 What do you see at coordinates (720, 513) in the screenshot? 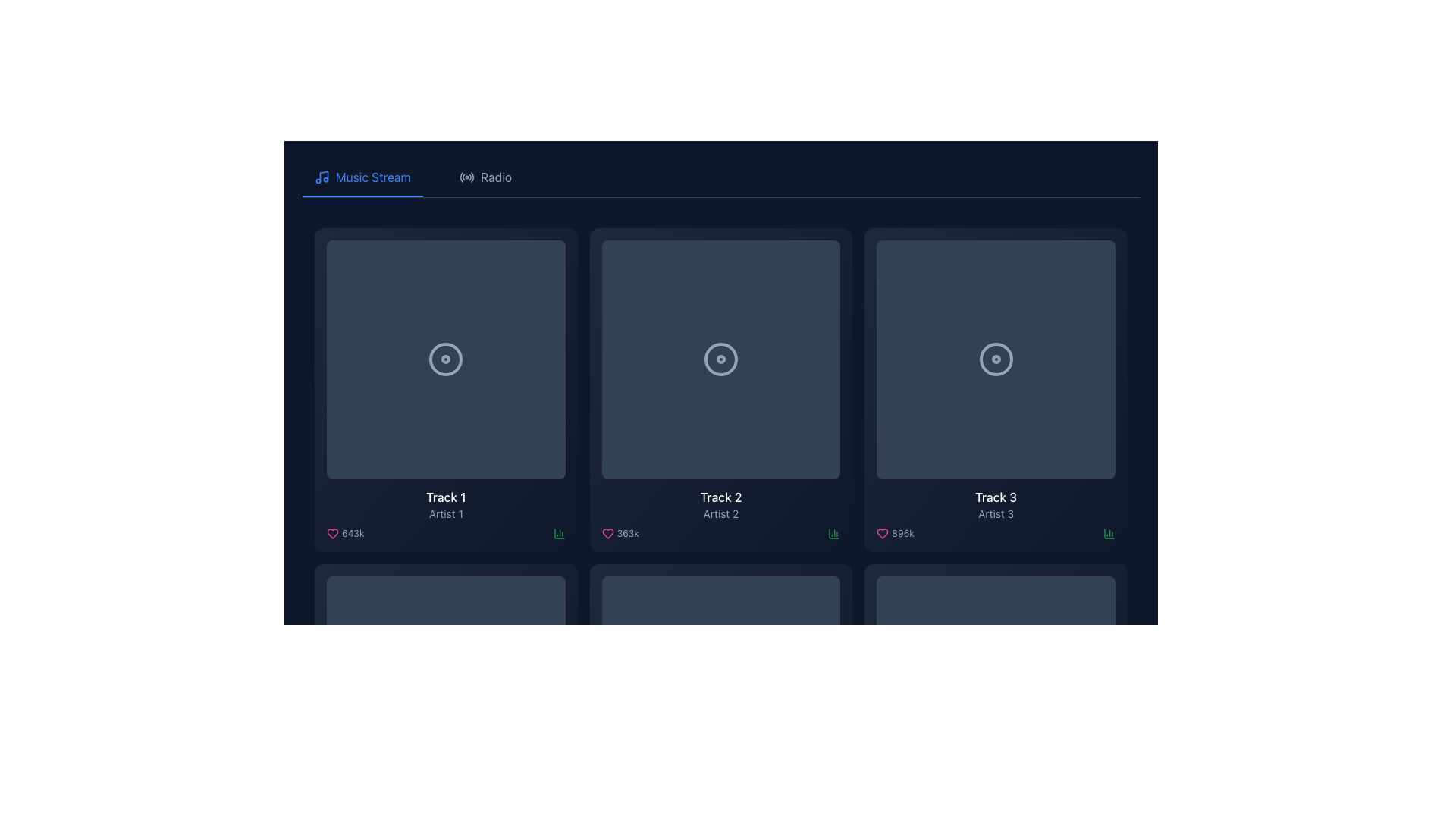
I see `the static text label reading 'Artist 2', which is styled in a smaller grey font on a dark blue background, located below the track title 'Track 2' in the music track card layout` at bounding box center [720, 513].